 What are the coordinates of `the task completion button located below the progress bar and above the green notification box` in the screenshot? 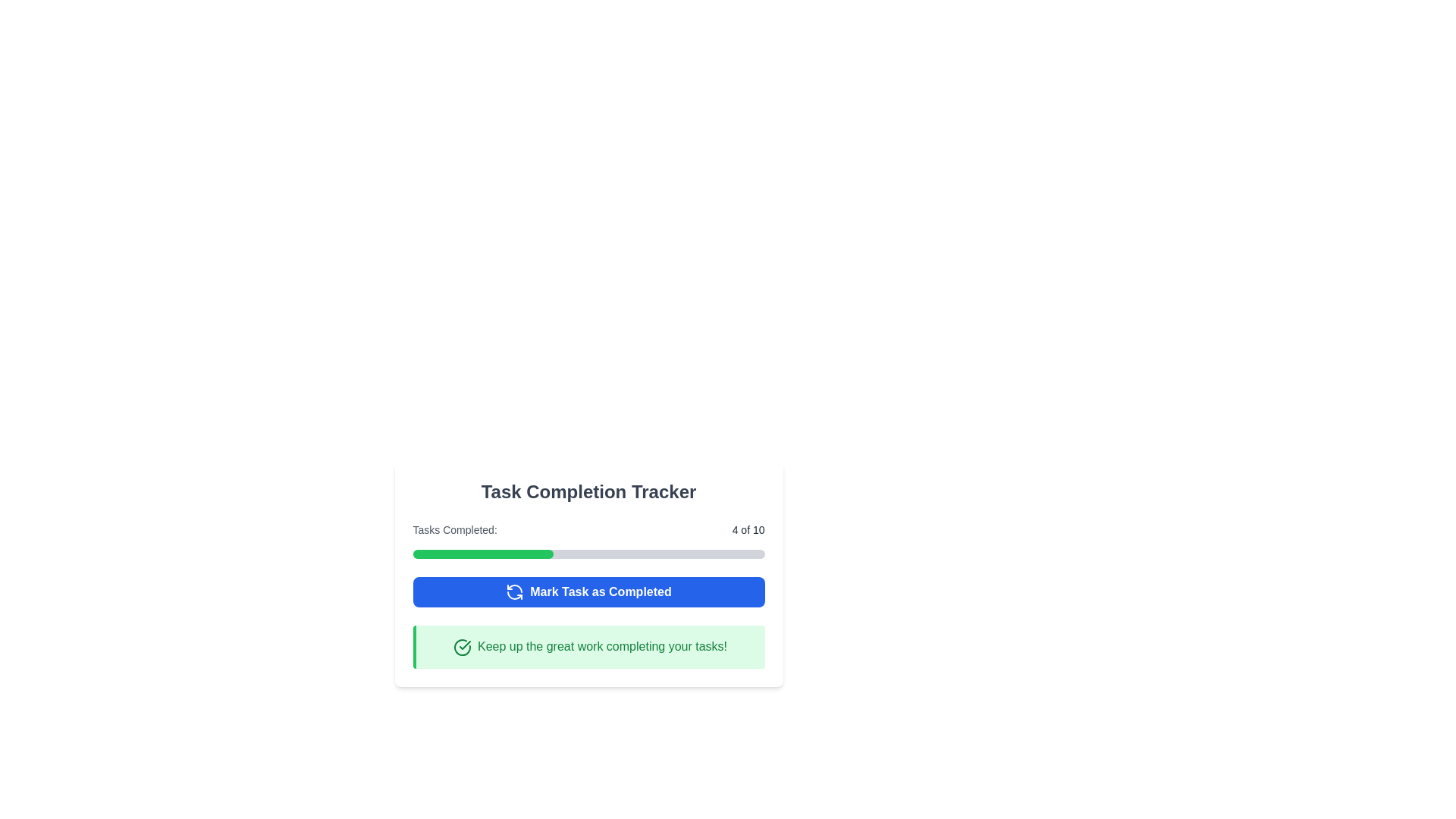 It's located at (588, 591).